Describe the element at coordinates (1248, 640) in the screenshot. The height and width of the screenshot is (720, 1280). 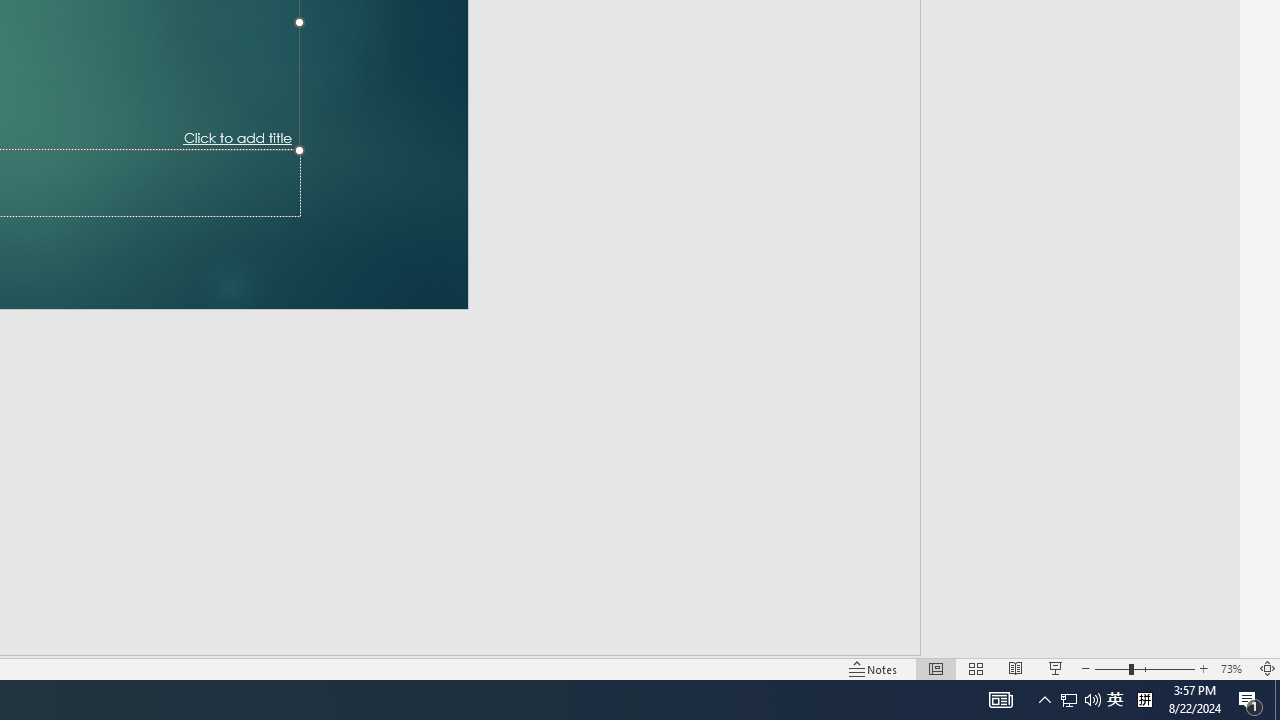
I see `'Zoom 75%'` at that location.